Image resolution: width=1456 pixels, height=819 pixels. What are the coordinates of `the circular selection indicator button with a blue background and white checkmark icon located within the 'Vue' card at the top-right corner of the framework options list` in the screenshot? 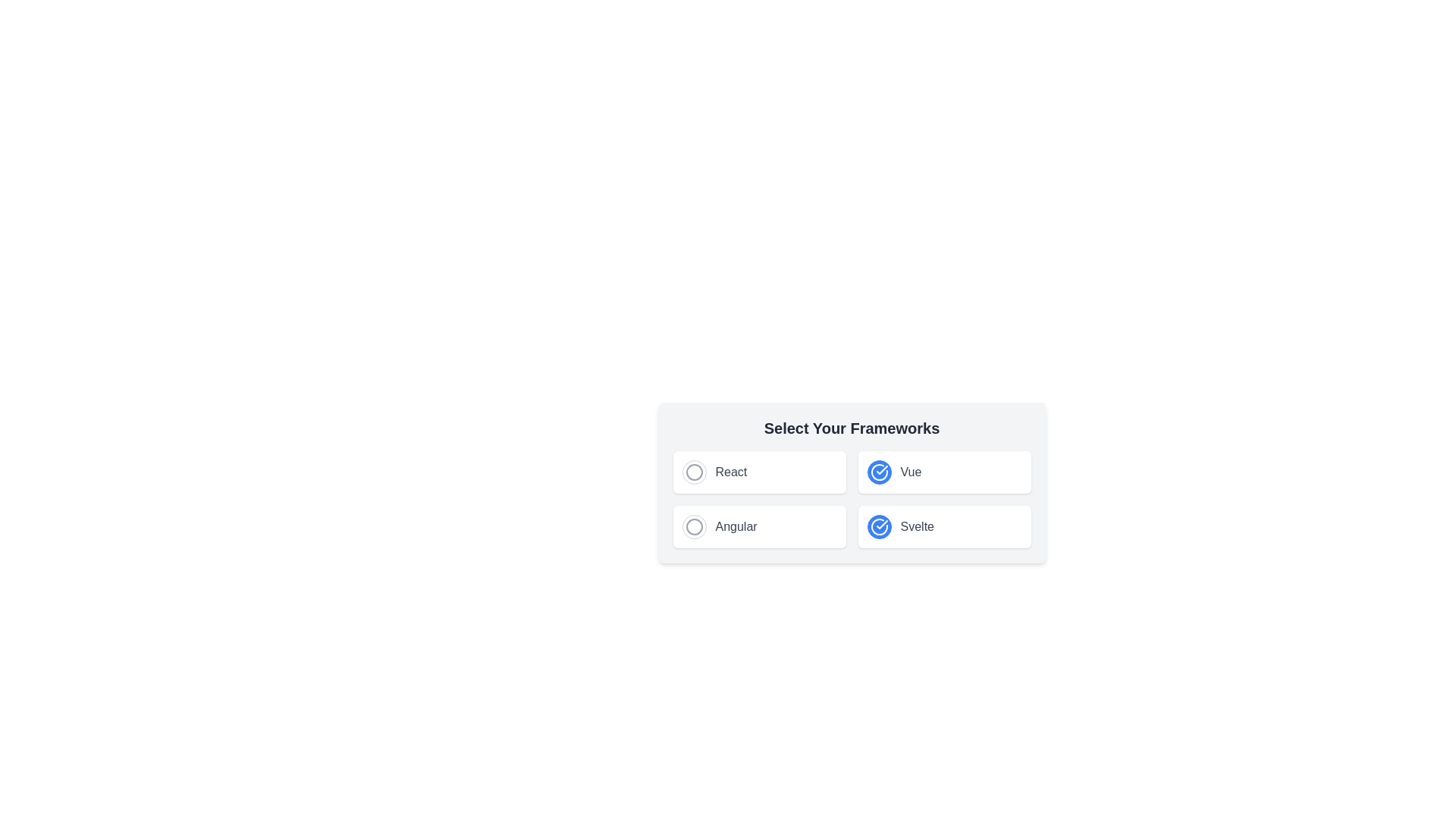 It's located at (879, 472).